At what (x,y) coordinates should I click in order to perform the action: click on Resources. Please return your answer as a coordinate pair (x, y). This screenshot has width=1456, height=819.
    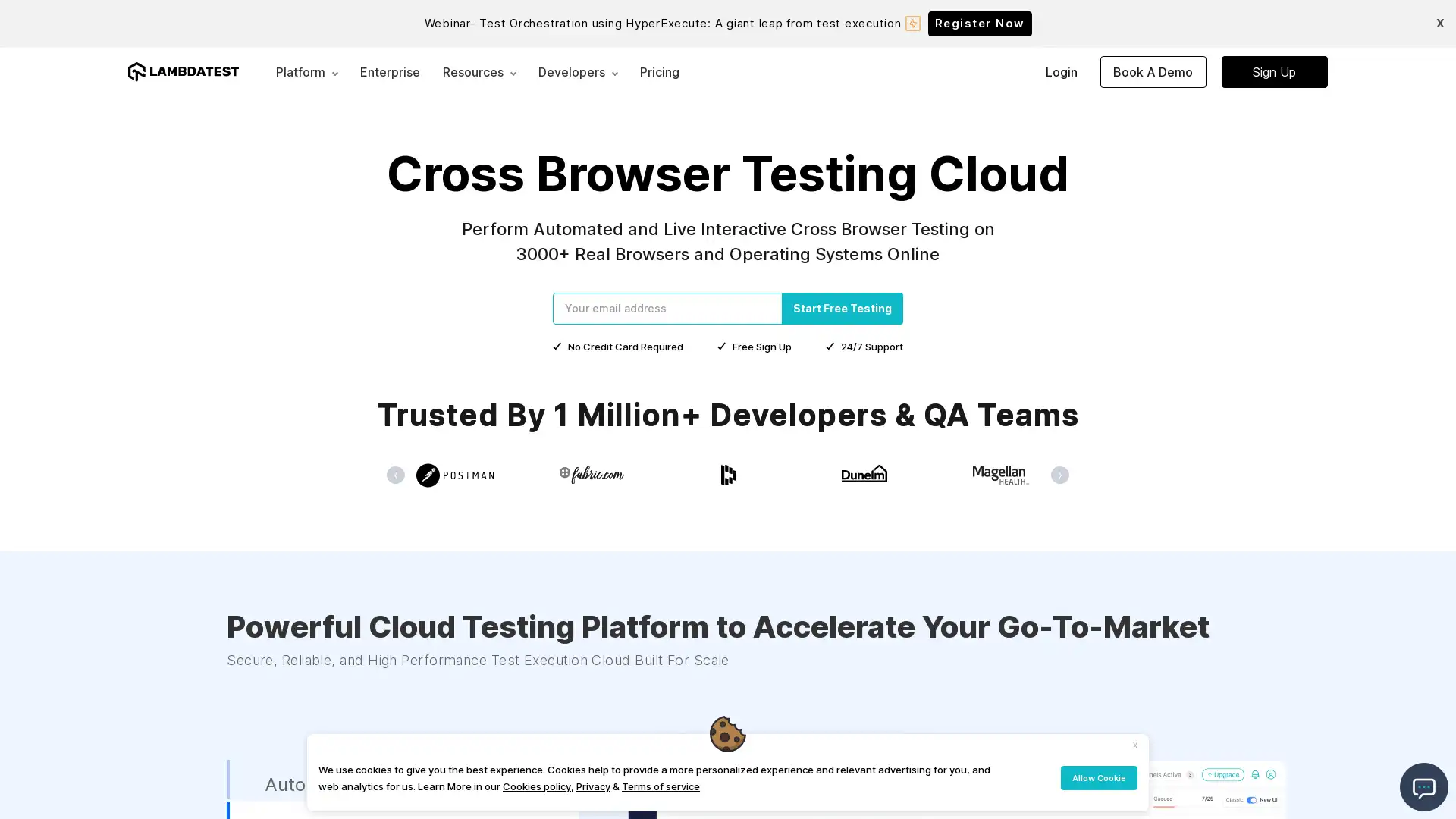
    Looking at the image, I should click on (479, 71).